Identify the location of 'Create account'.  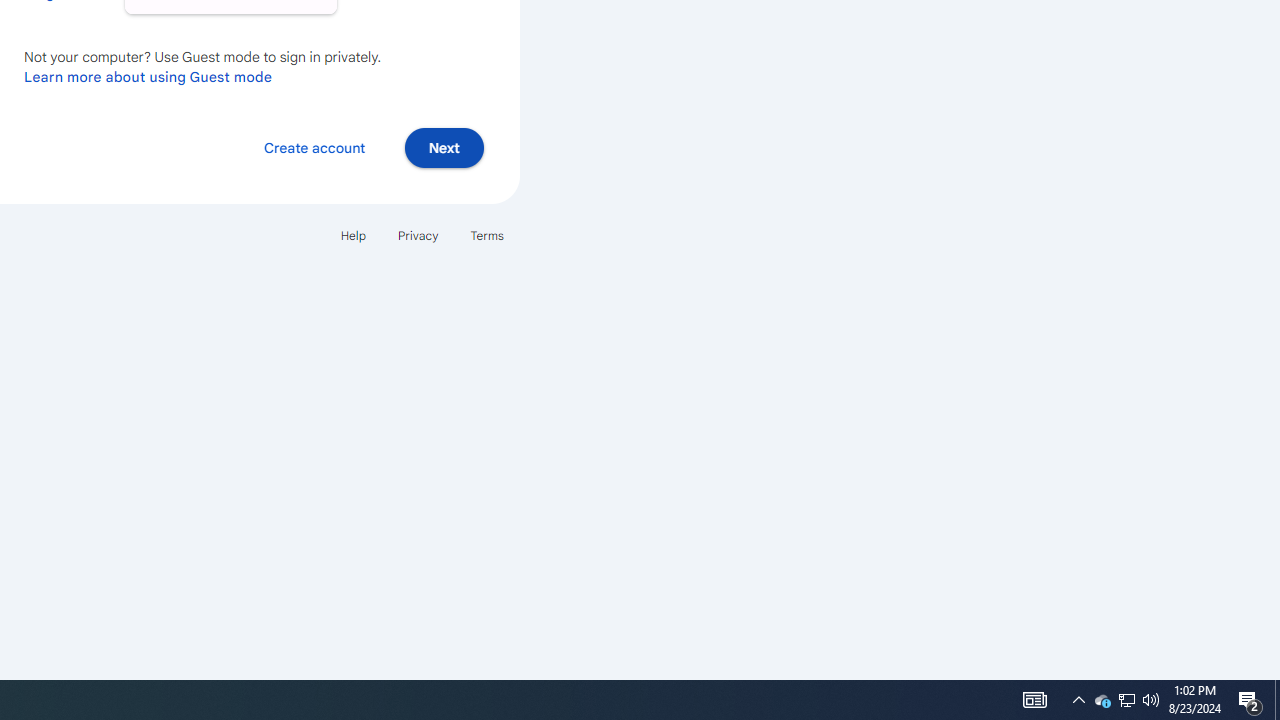
(313, 146).